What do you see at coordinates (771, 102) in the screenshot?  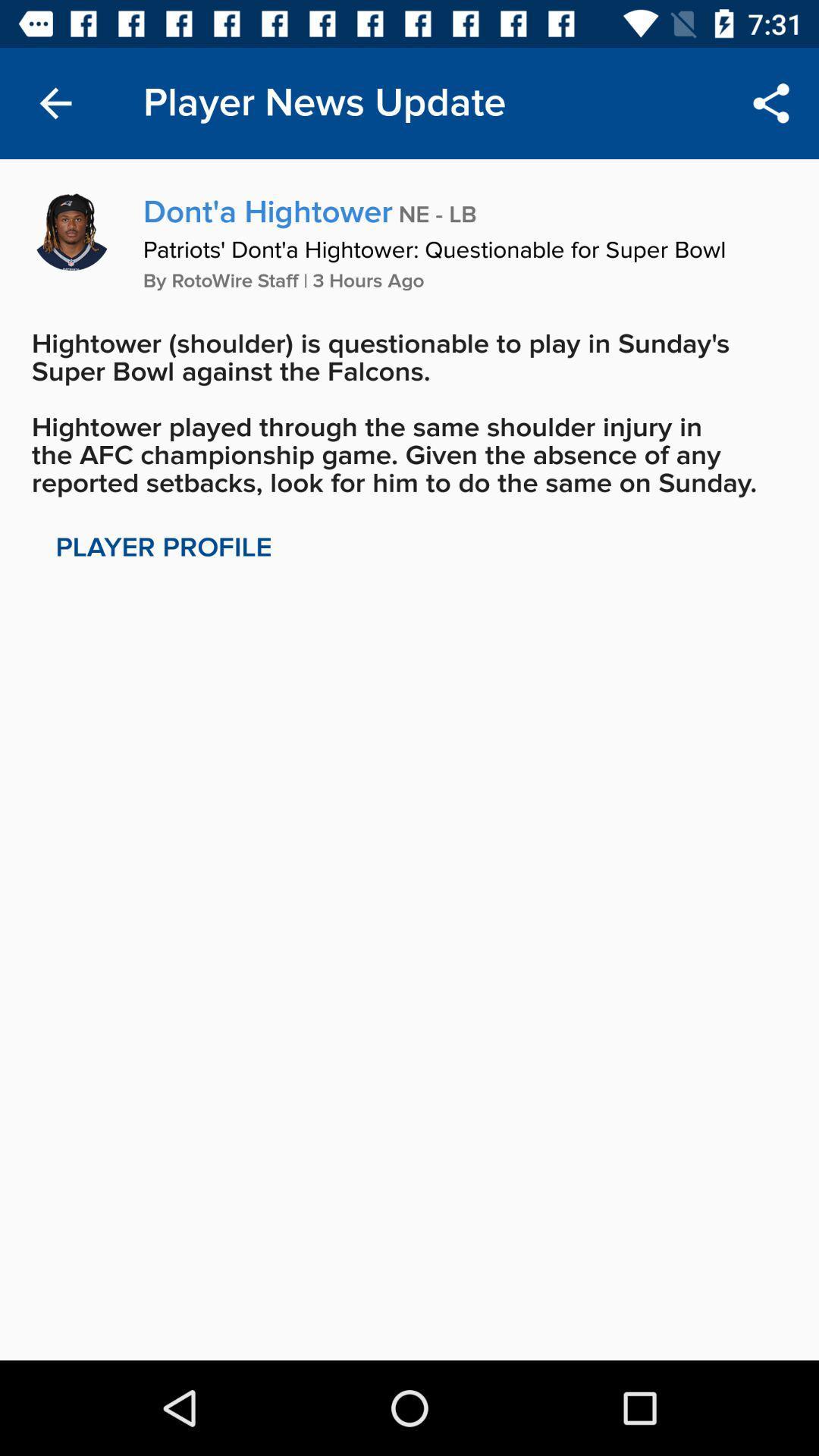 I see `the icon next to the player news update icon` at bounding box center [771, 102].